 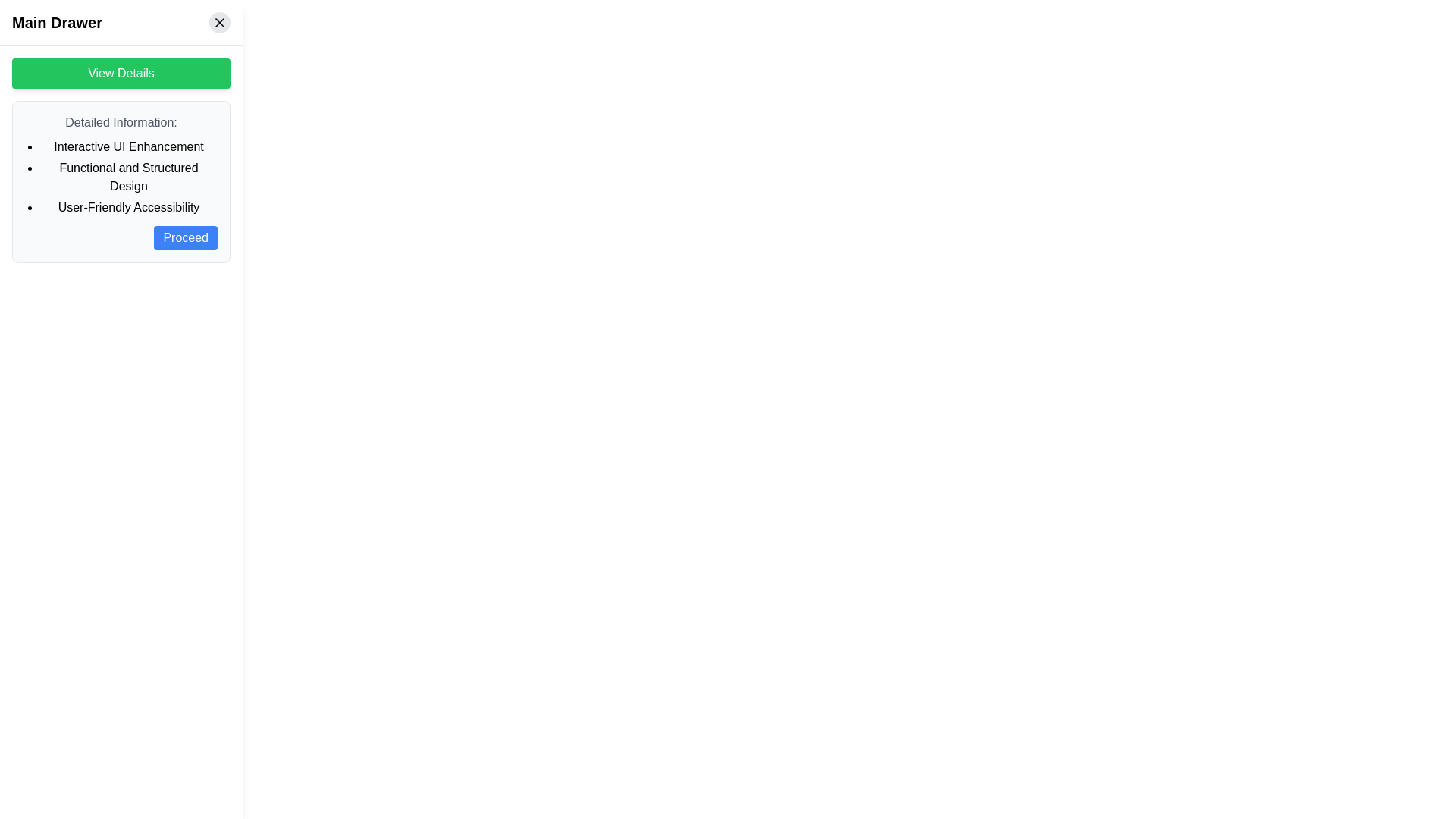 I want to click on the informational text item that contains 'User-Friendly Accessibility', which is the third item in the list under 'Detailed Information', so click(x=128, y=207).